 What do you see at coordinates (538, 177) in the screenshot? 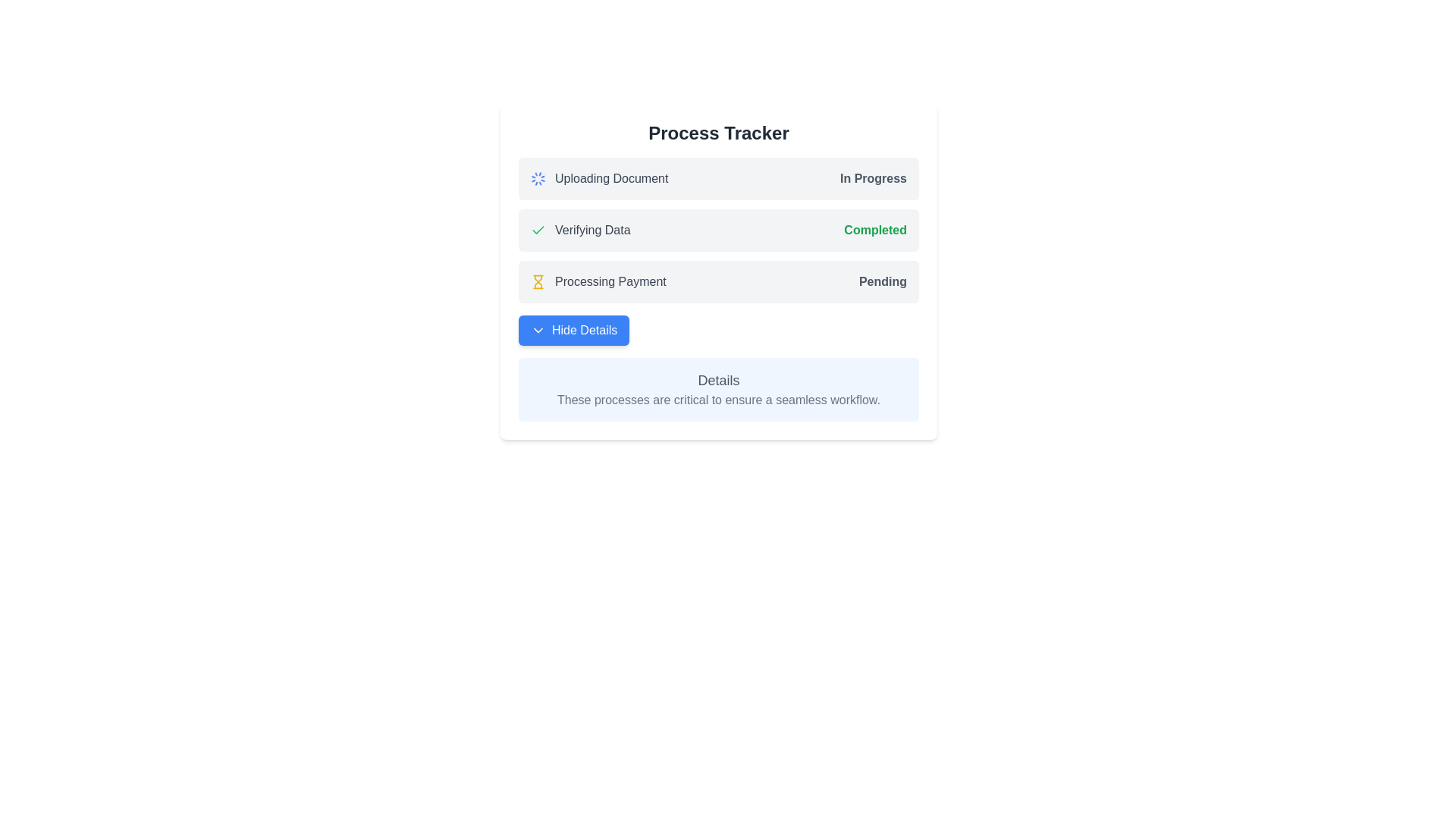
I see `the Circular spinning loader icon indicating that the 'Uploading Document' process is active, located at the leftmost side of the row labeled 'Uploading Document'` at bounding box center [538, 177].